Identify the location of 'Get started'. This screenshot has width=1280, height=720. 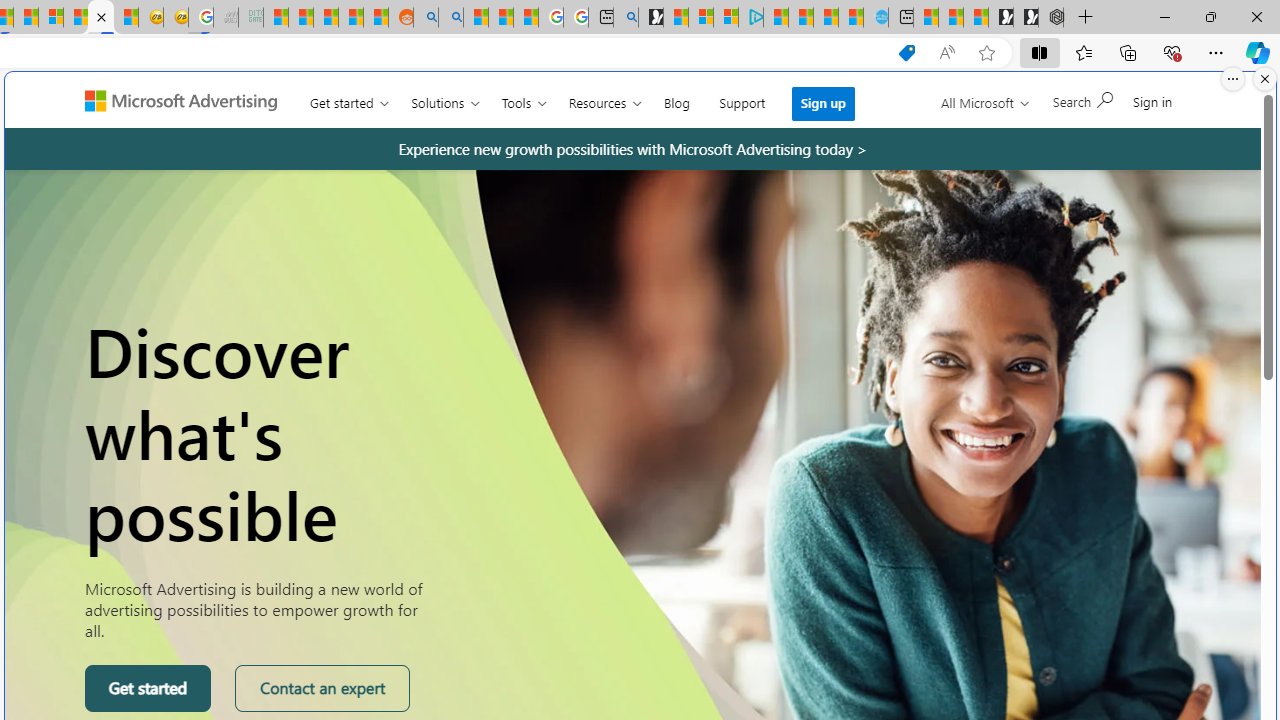
(147, 688).